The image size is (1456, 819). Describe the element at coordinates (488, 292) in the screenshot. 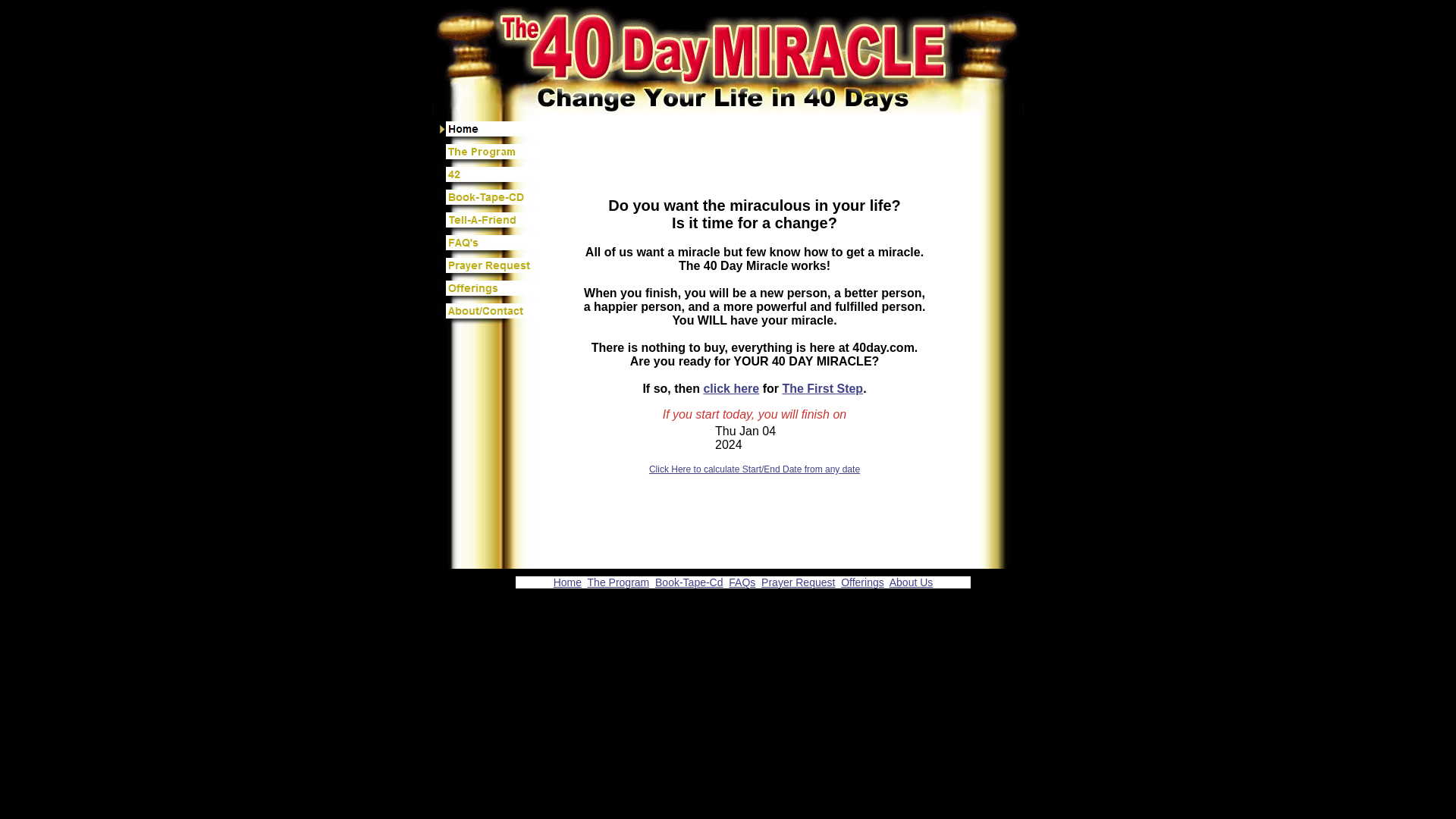

I see `'Offerings'` at that location.